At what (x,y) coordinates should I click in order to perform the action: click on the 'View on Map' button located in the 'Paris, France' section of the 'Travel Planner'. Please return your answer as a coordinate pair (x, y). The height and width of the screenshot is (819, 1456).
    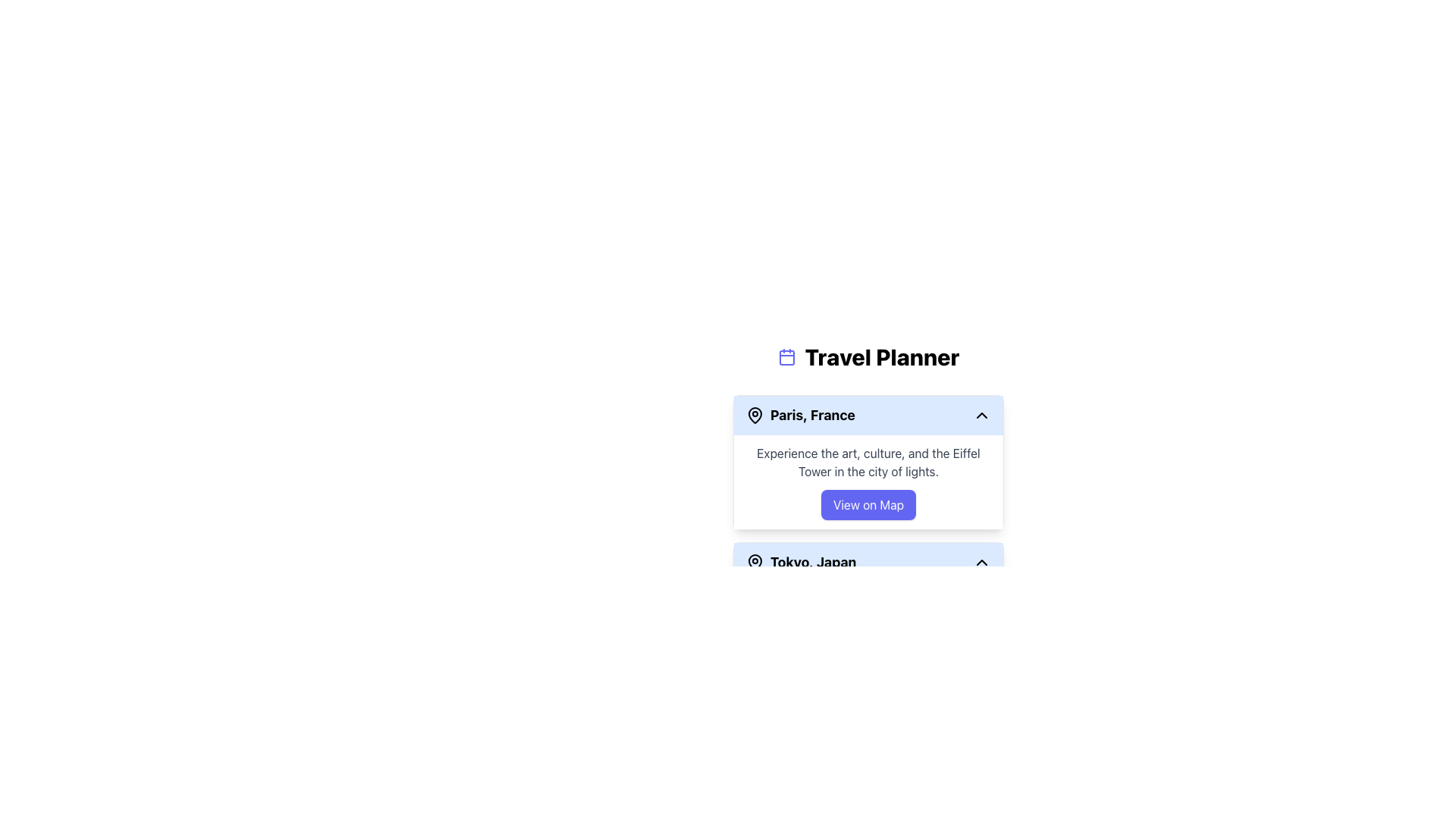
    Looking at the image, I should click on (868, 505).